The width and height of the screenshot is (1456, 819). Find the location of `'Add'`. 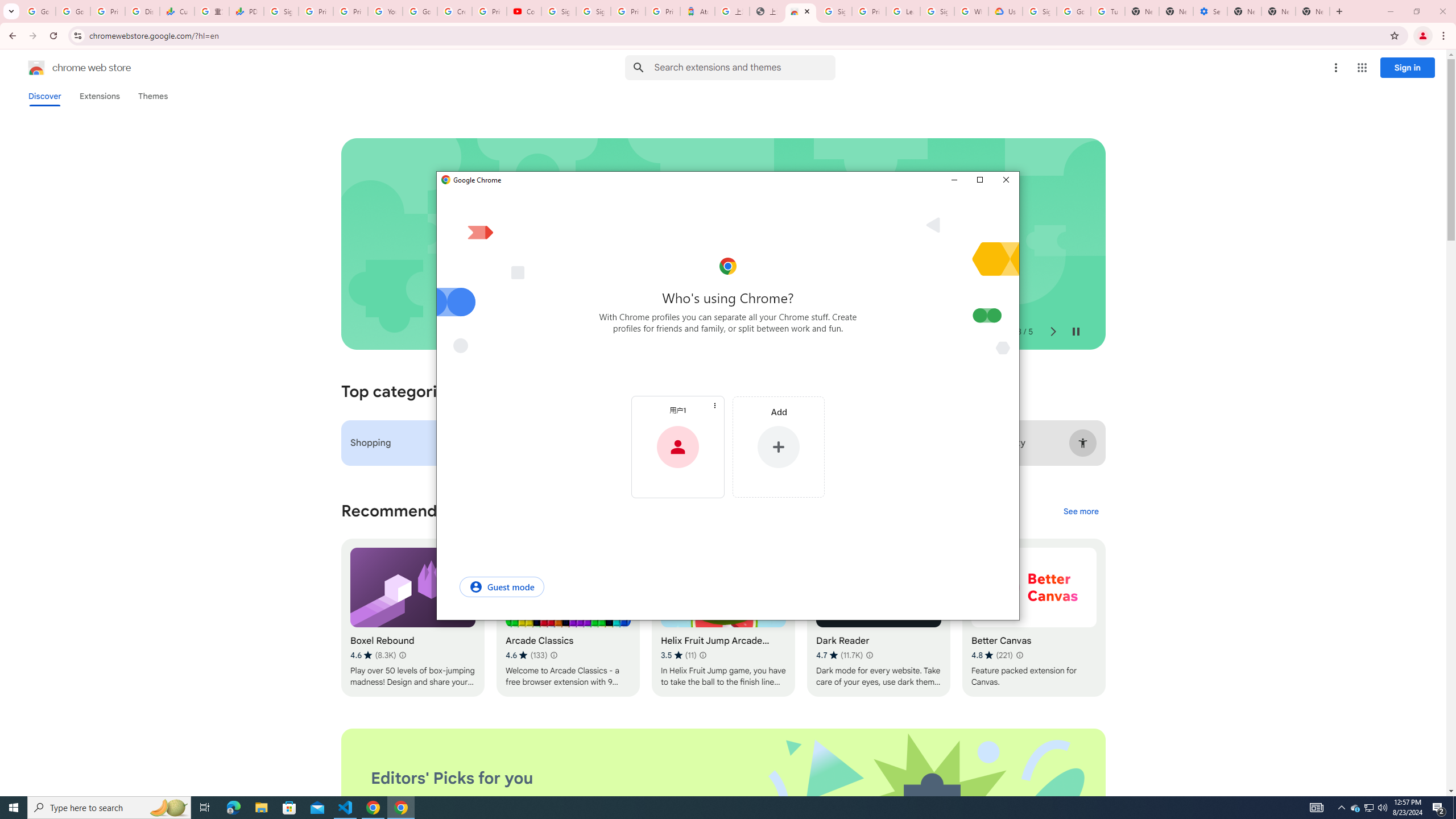

'Add' is located at coordinates (777, 446).